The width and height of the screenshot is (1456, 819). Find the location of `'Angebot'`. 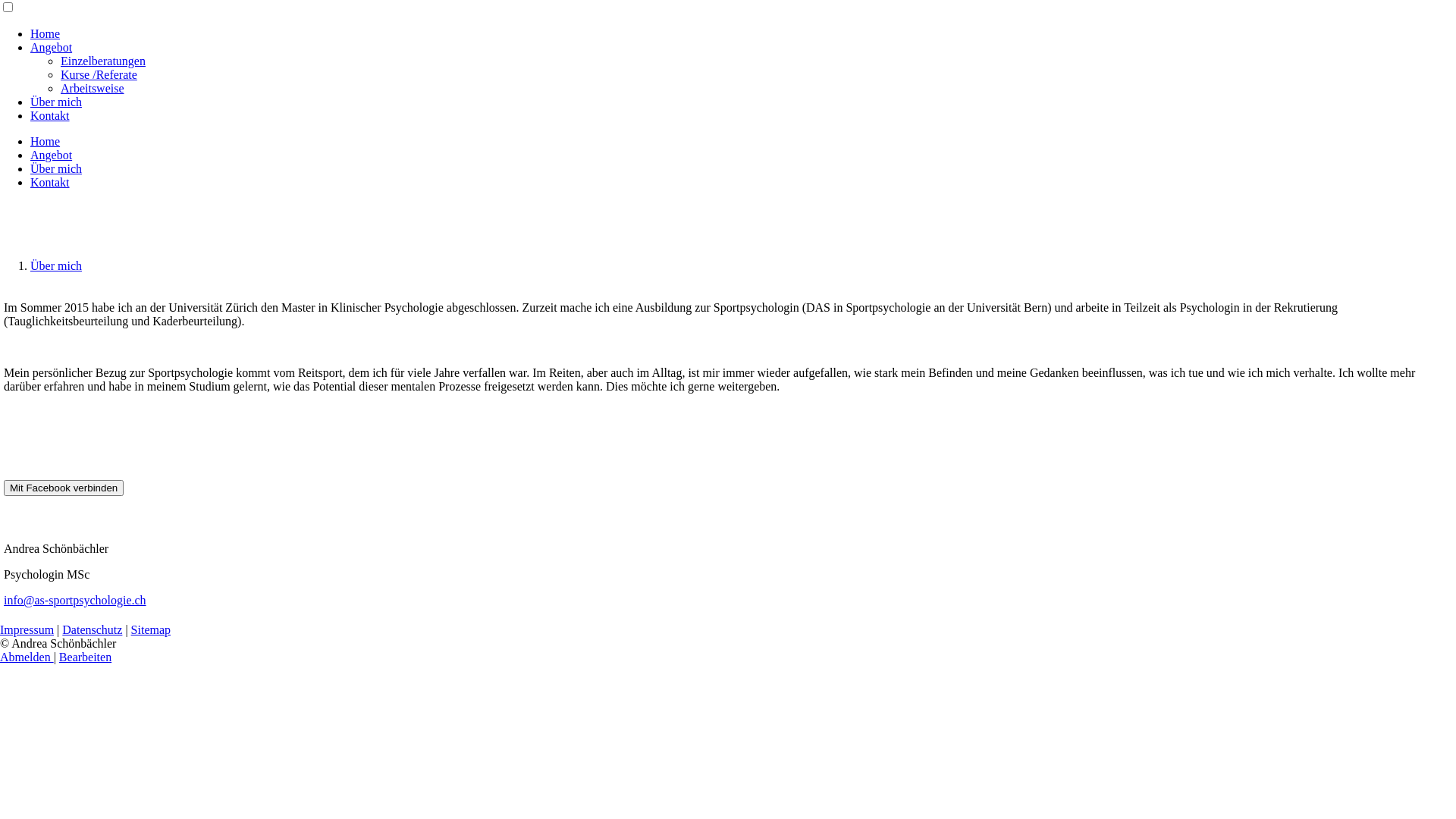

'Angebot' is located at coordinates (30, 46).